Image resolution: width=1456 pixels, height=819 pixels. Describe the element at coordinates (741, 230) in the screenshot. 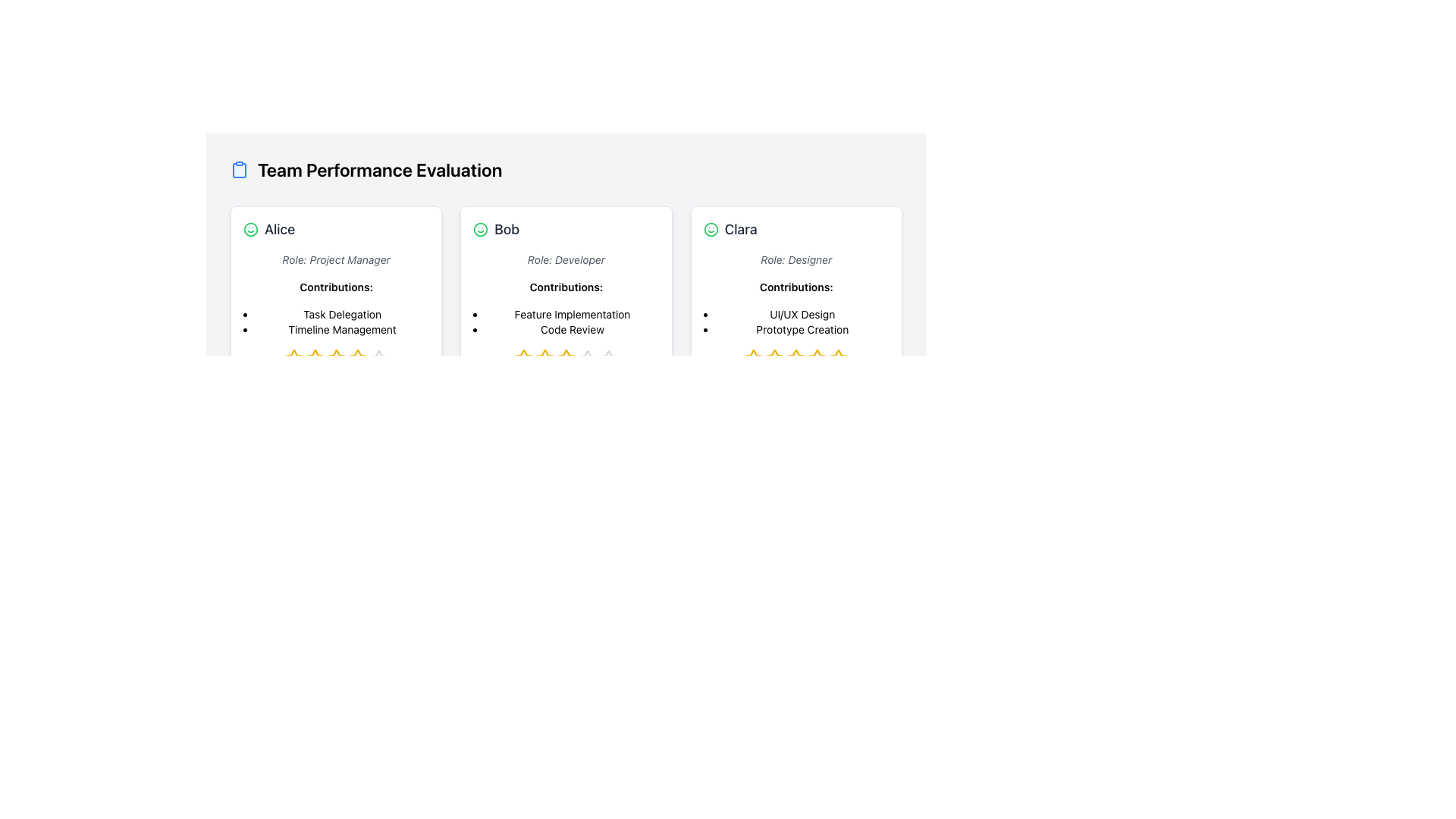

I see `the text label displaying the name 'Clara', which is styled in medium weight, dark gray font and is positioned in the upper portion of the third card from the left in a horizontal group of three cards` at that location.